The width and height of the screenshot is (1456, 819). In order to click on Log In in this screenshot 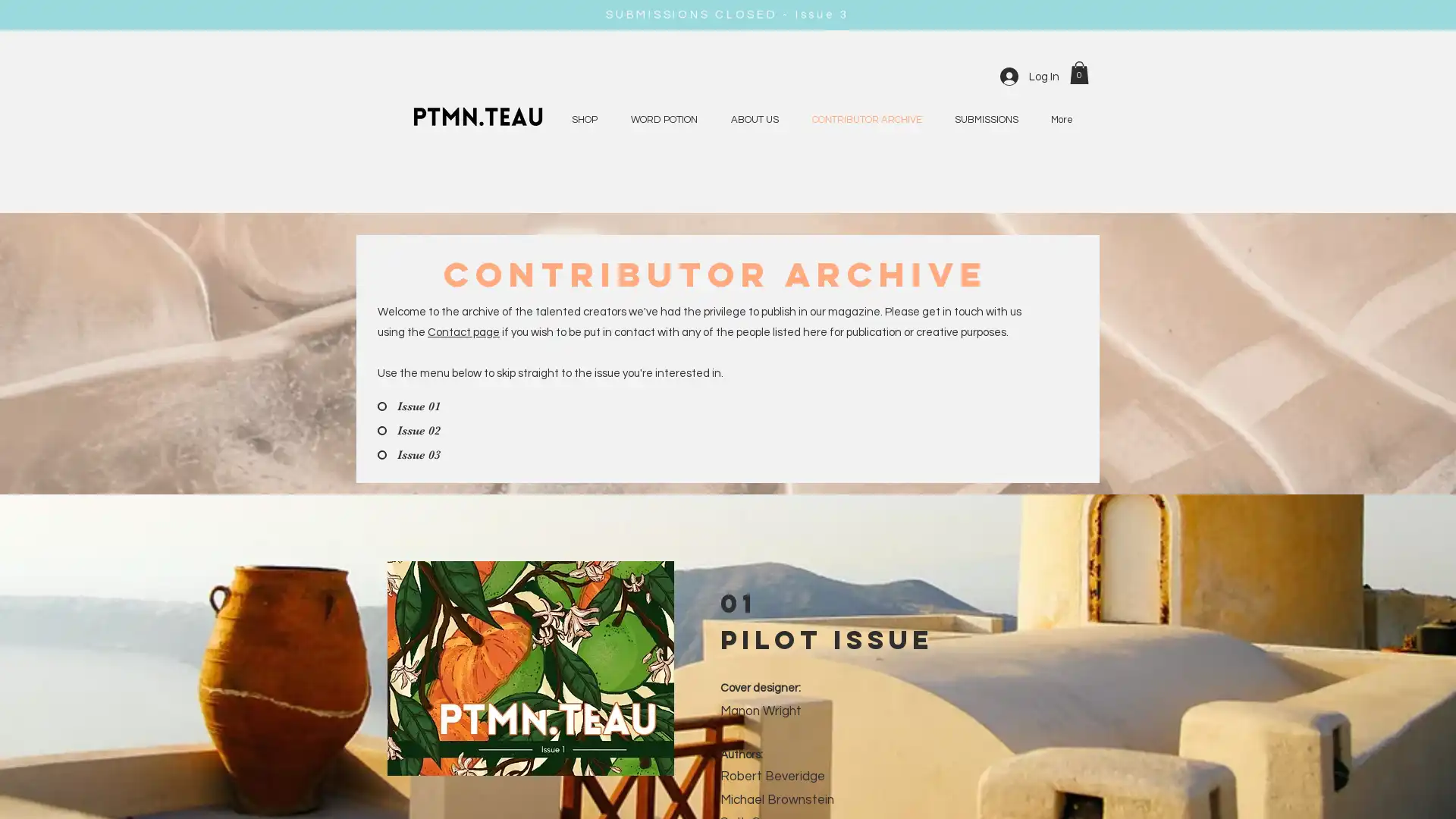, I will do `click(1030, 76)`.